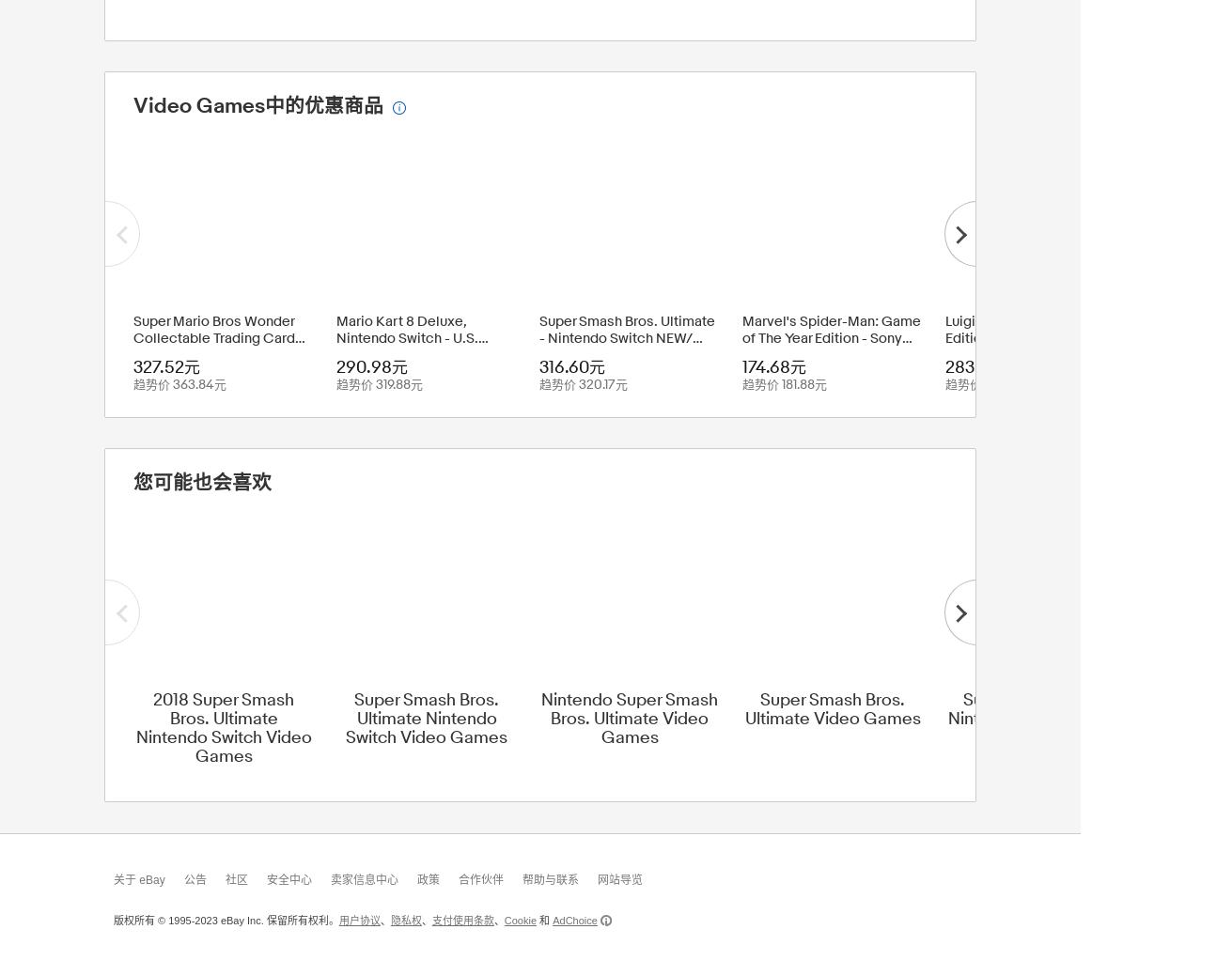 Image resolution: width=1232 pixels, height=976 pixels. What do you see at coordinates (1029, 336) in the screenshot?
I see `'Luigi's Mansion 3 Standard Edition - Nintendo Switch - Brand New'` at bounding box center [1029, 336].